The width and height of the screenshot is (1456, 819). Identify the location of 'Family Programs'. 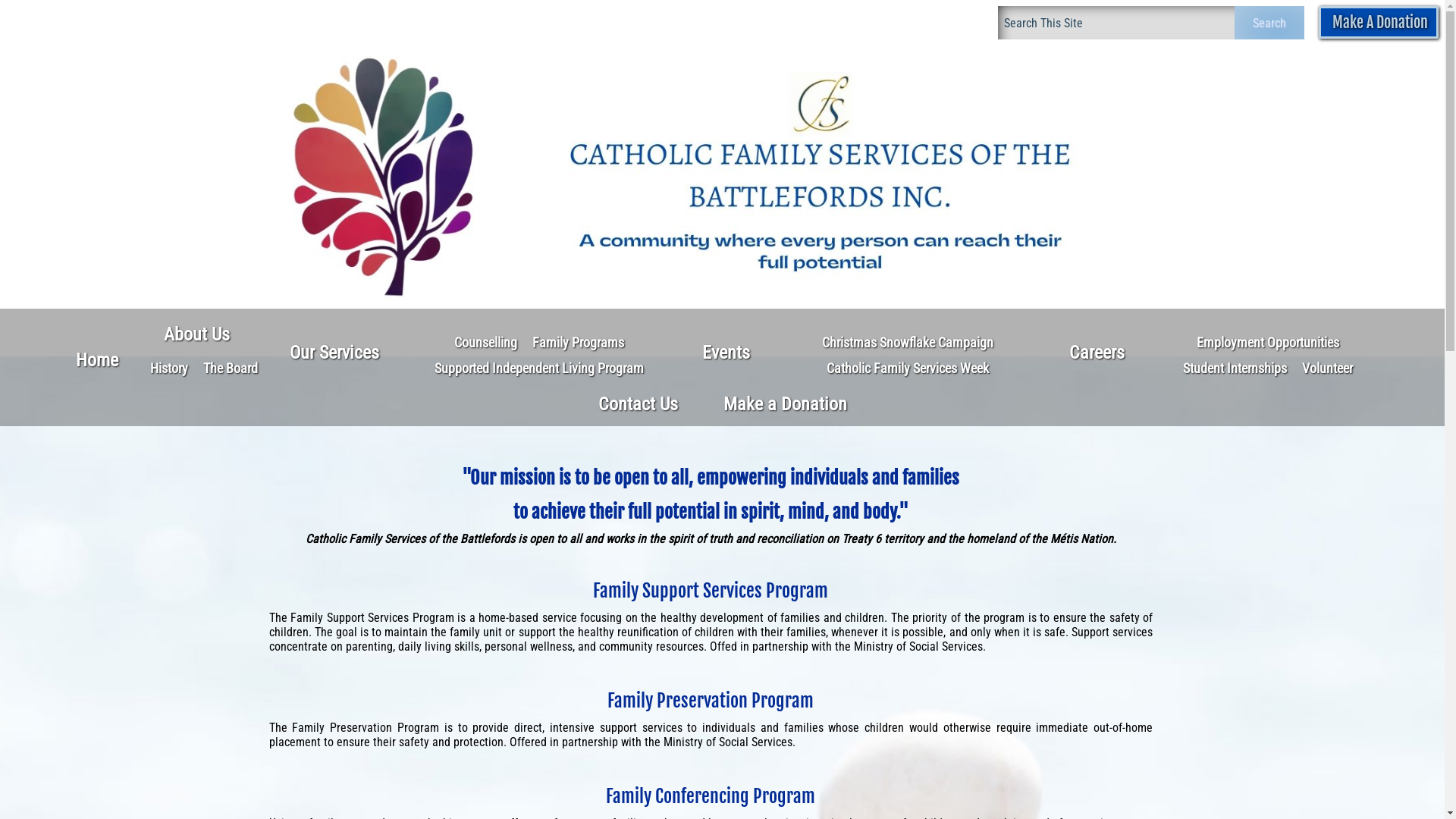
(577, 342).